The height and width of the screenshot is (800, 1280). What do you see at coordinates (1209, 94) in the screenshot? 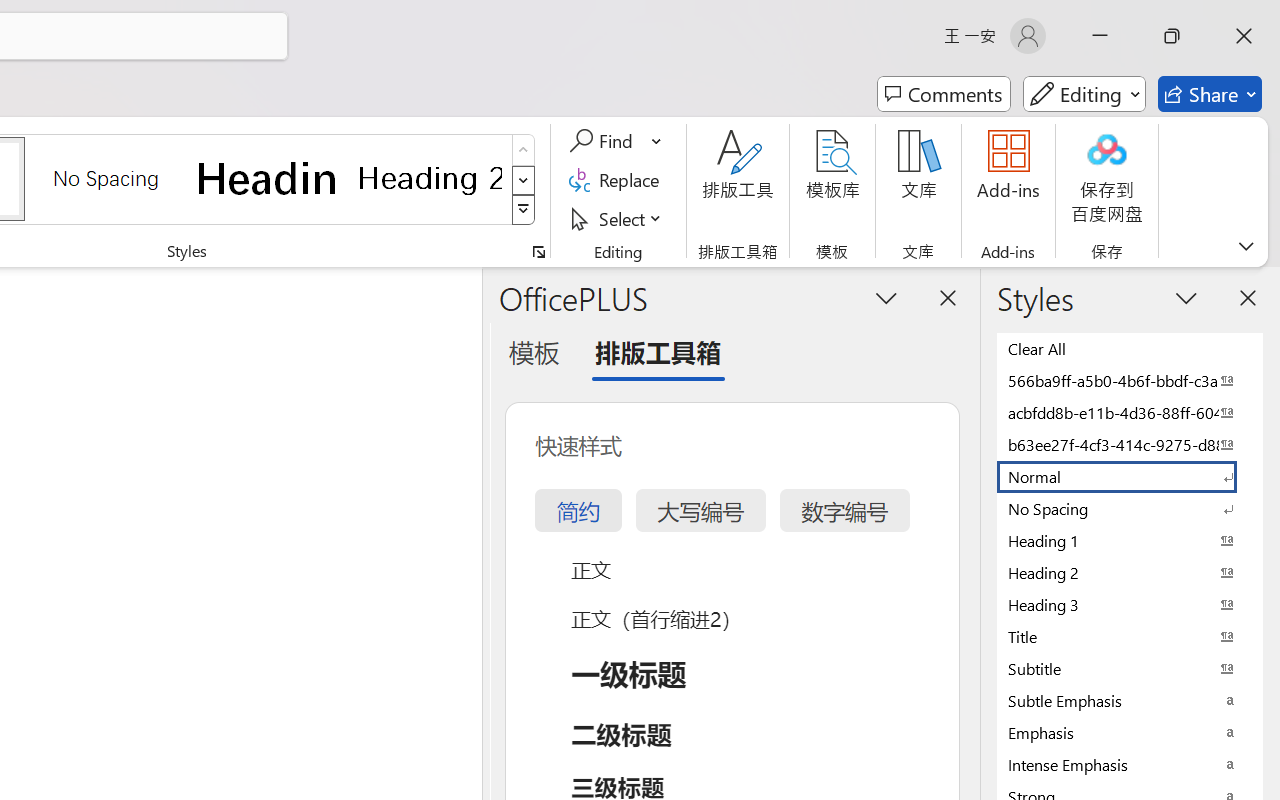
I see `'Share'` at bounding box center [1209, 94].